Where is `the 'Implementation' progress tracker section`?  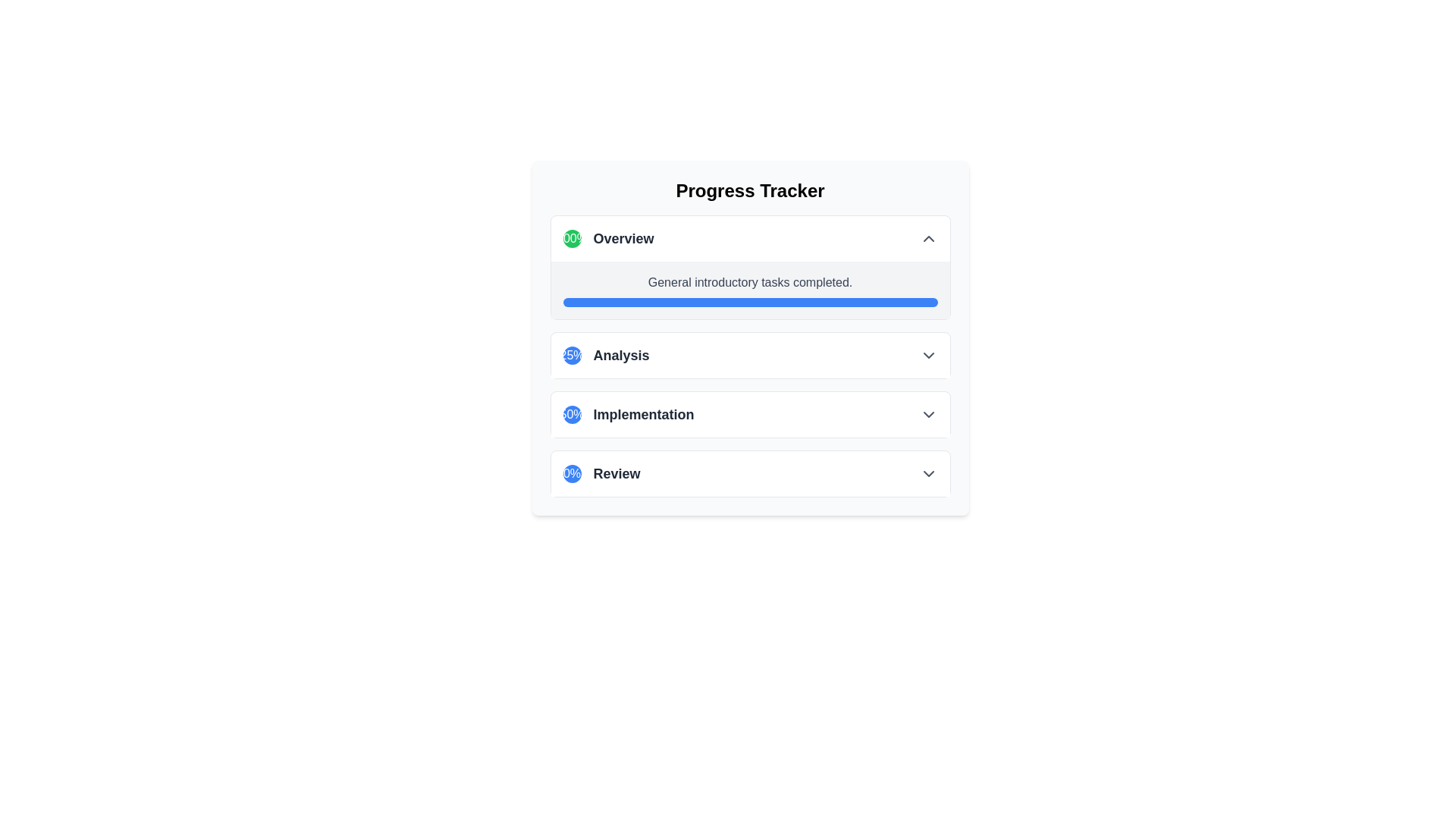 the 'Implementation' progress tracker section is located at coordinates (750, 415).